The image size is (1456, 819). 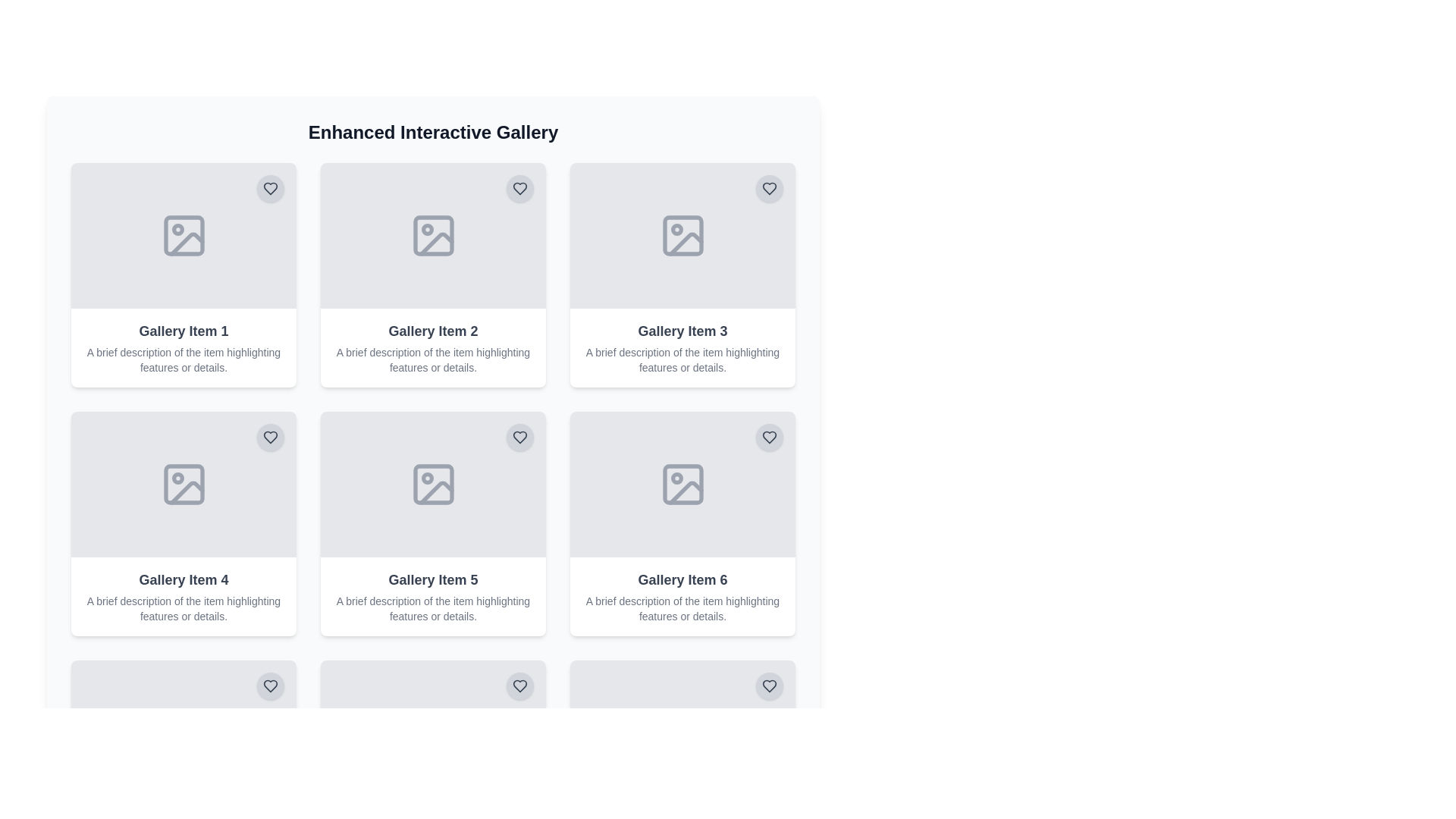 I want to click on the text element labeled 'Gallery Item 4', which is styled with a large bold font and is located in the second row and first column of the gallery grid, so click(x=183, y=579).